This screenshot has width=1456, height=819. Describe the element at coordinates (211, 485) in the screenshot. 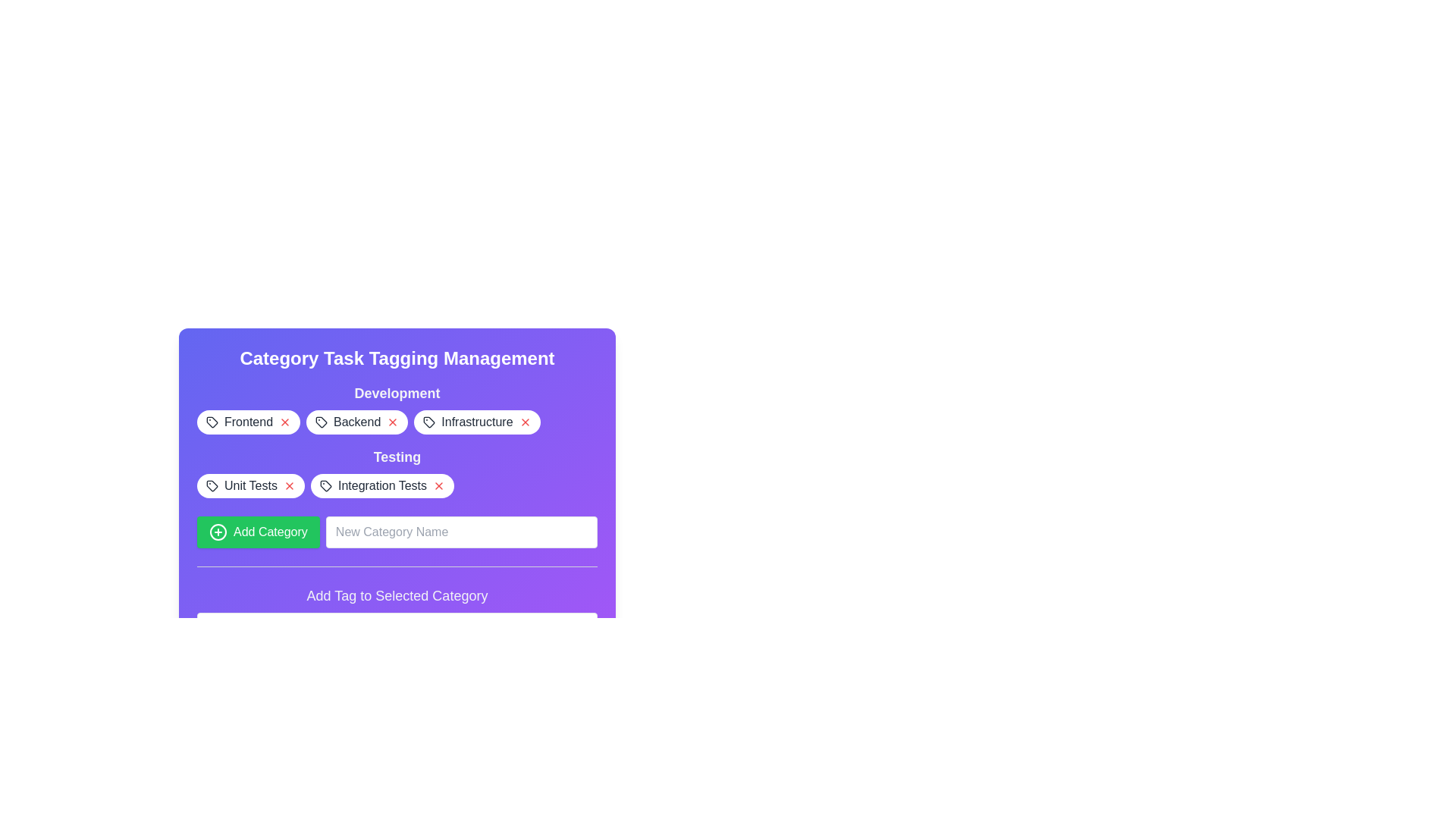

I see `the decorative tag icon located near the top of the second row of tags, beside the 'Unit Tests' and 'Integration Tests' labels, within the testing section of the layout` at that location.